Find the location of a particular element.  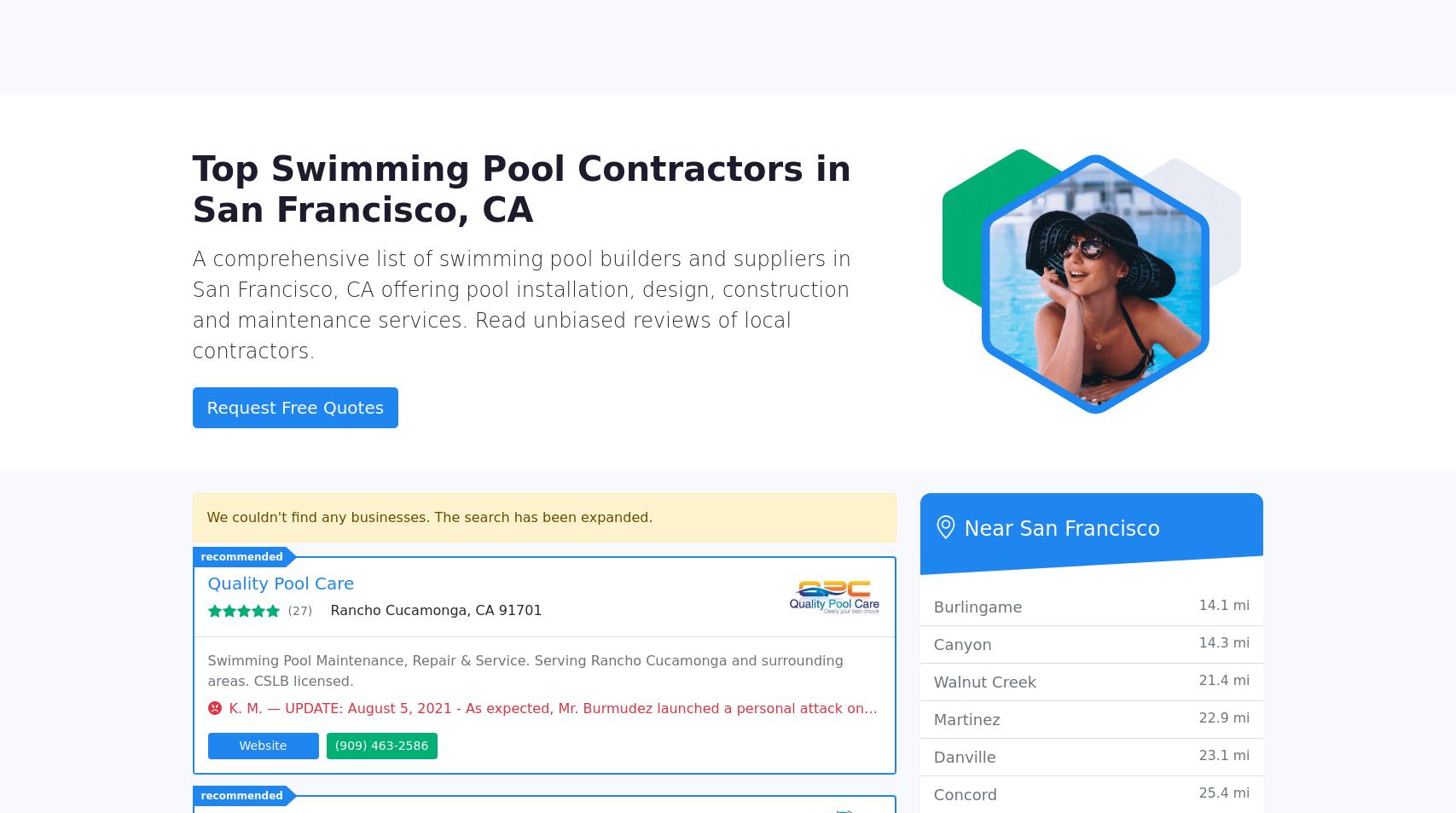

'Swimming Pool Clean' is located at coordinates (1014, 183).